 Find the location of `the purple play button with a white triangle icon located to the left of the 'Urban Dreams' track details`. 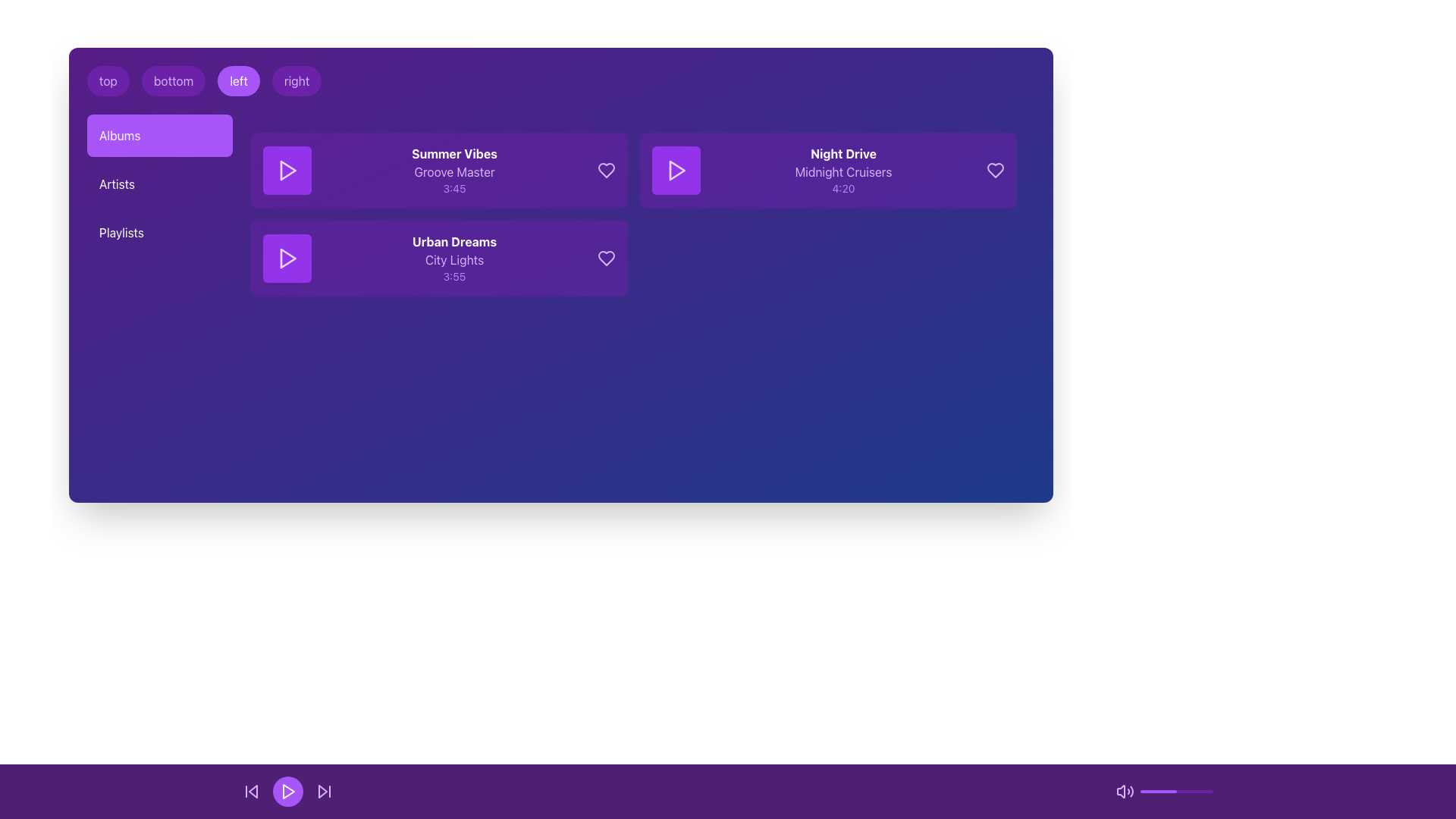

the purple play button with a white triangle icon located to the left of the 'Urban Dreams' track details is located at coordinates (287, 257).